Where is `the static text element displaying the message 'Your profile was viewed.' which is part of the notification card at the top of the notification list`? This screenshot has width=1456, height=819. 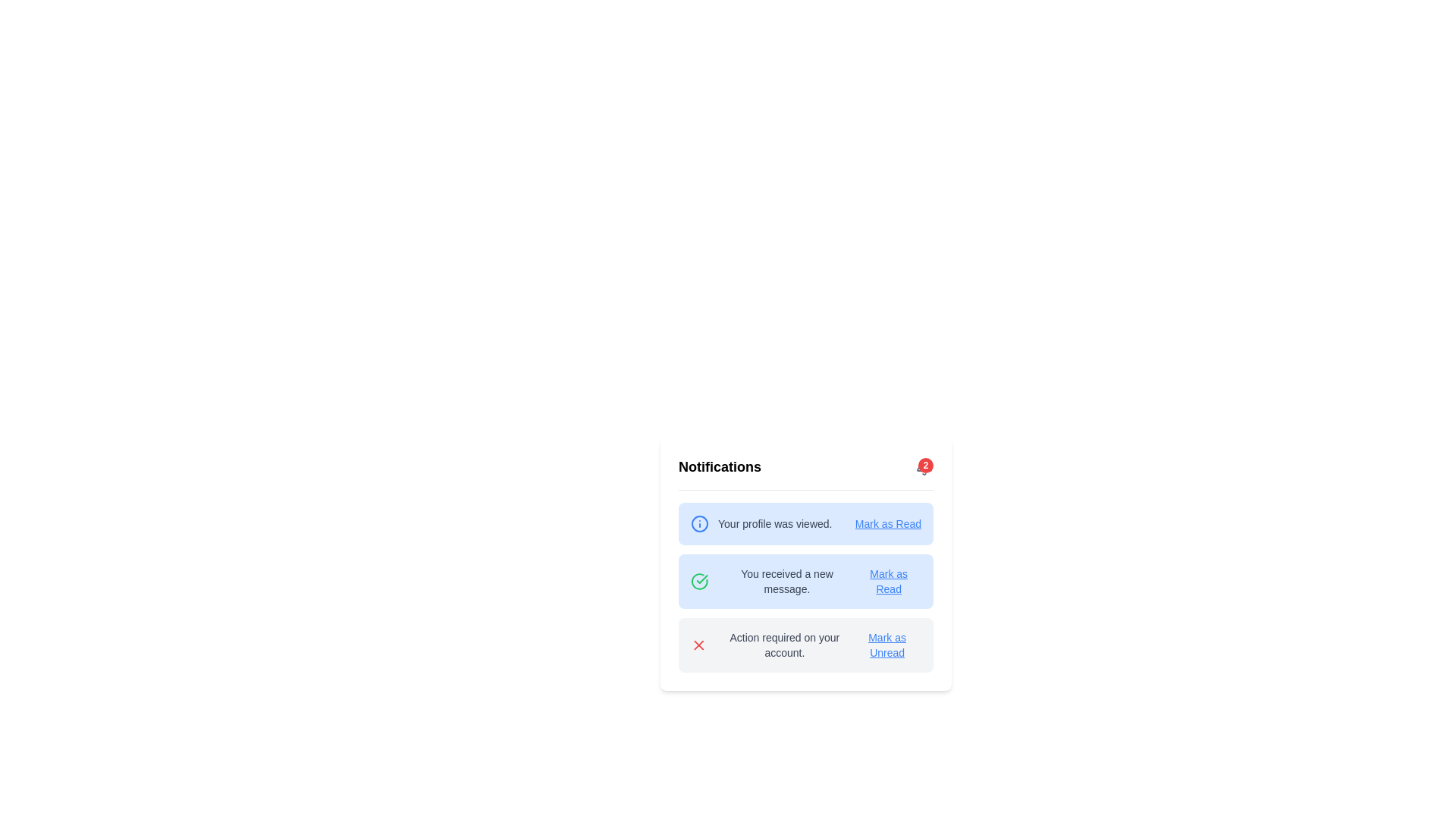 the static text element displaying the message 'Your profile was viewed.' which is part of the notification card at the top of the notification list is located at coordinates (775, 522).